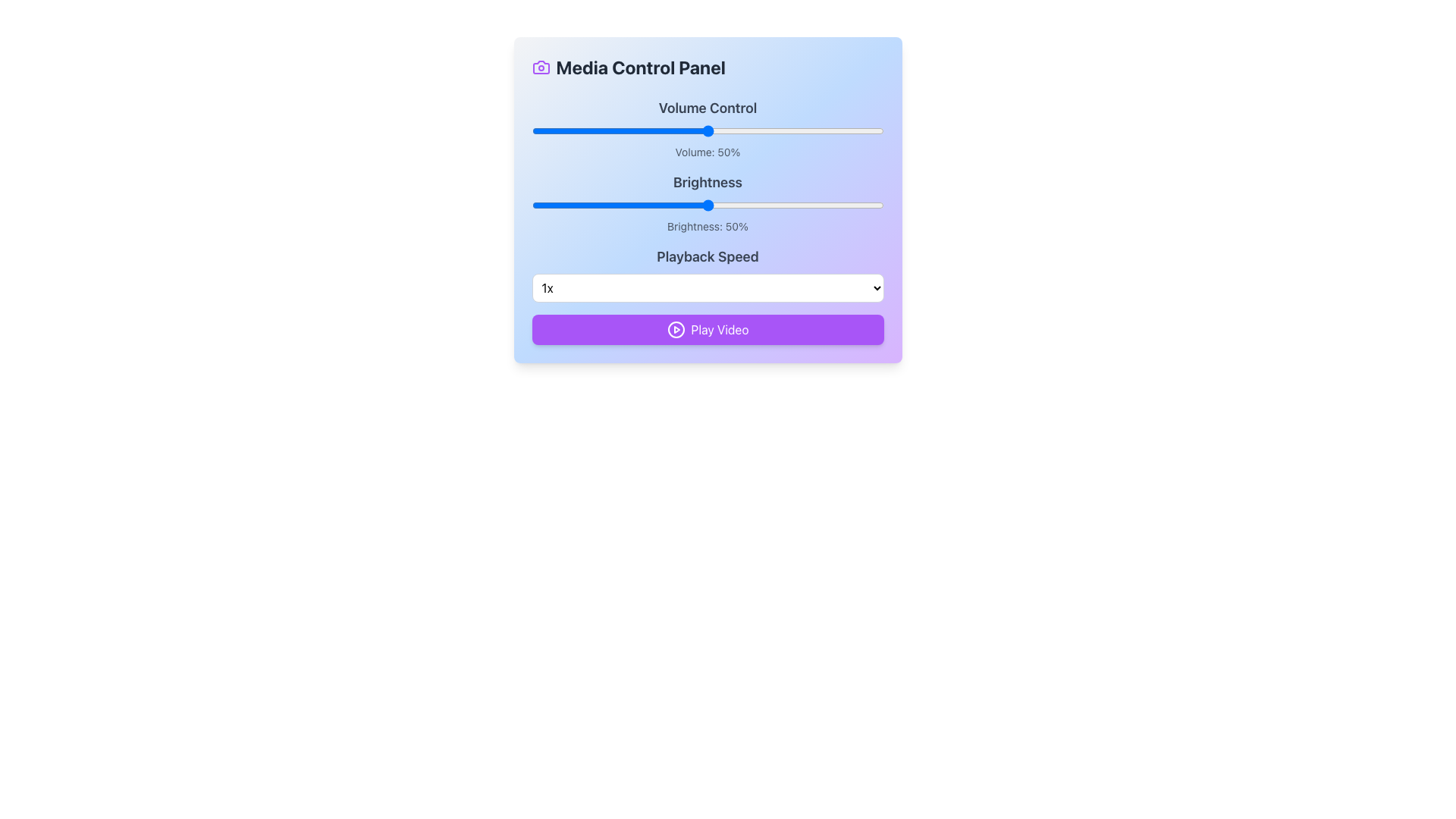  Describe the element at coordinates (559, 205) in the screenshot. I see `the brightness level` at that location.